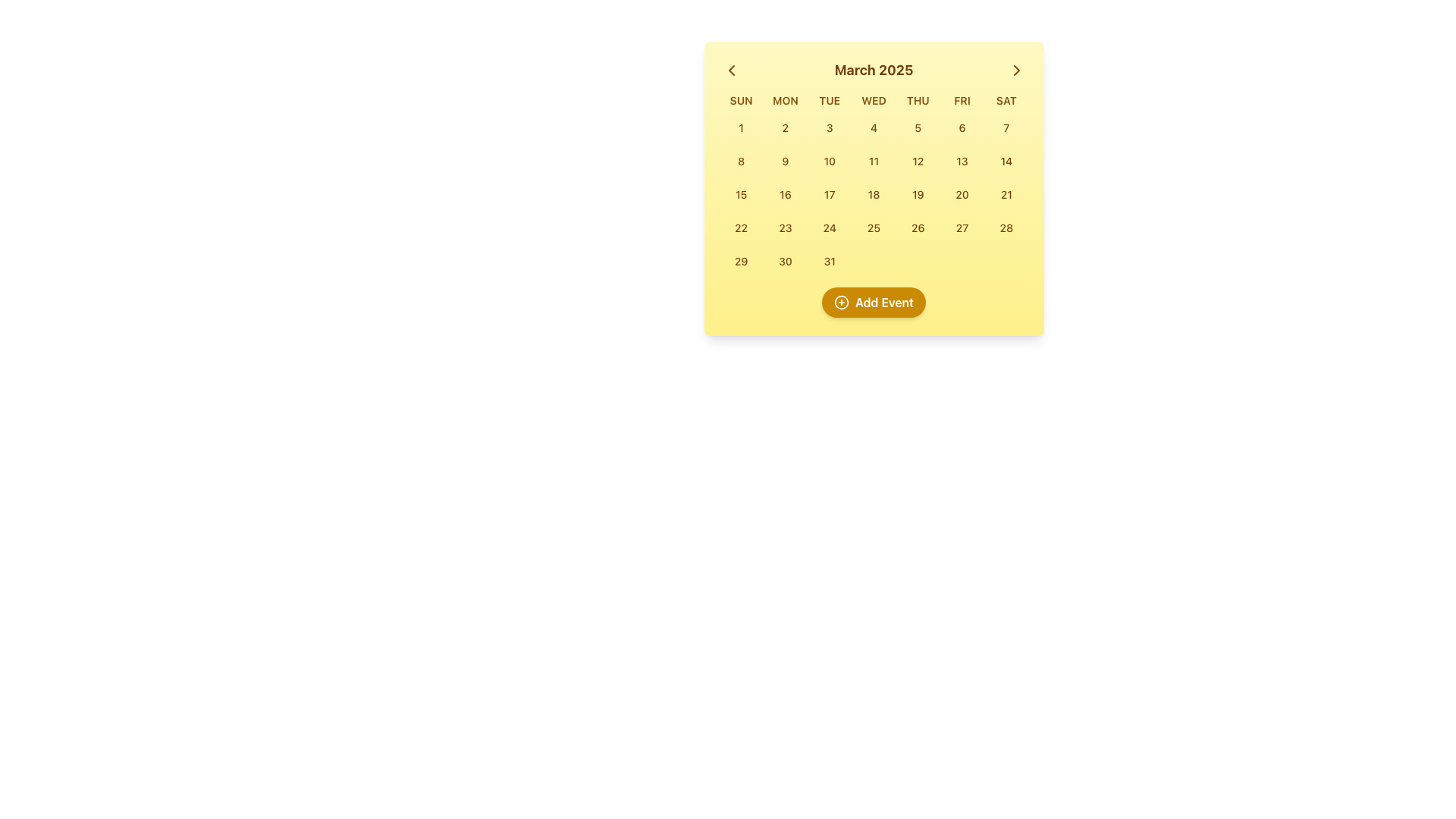  I want to click on the plus icon within the 'Add Event' button located at the bottom section of the calendar panel to initiate the event creation process, so click(840, 302).